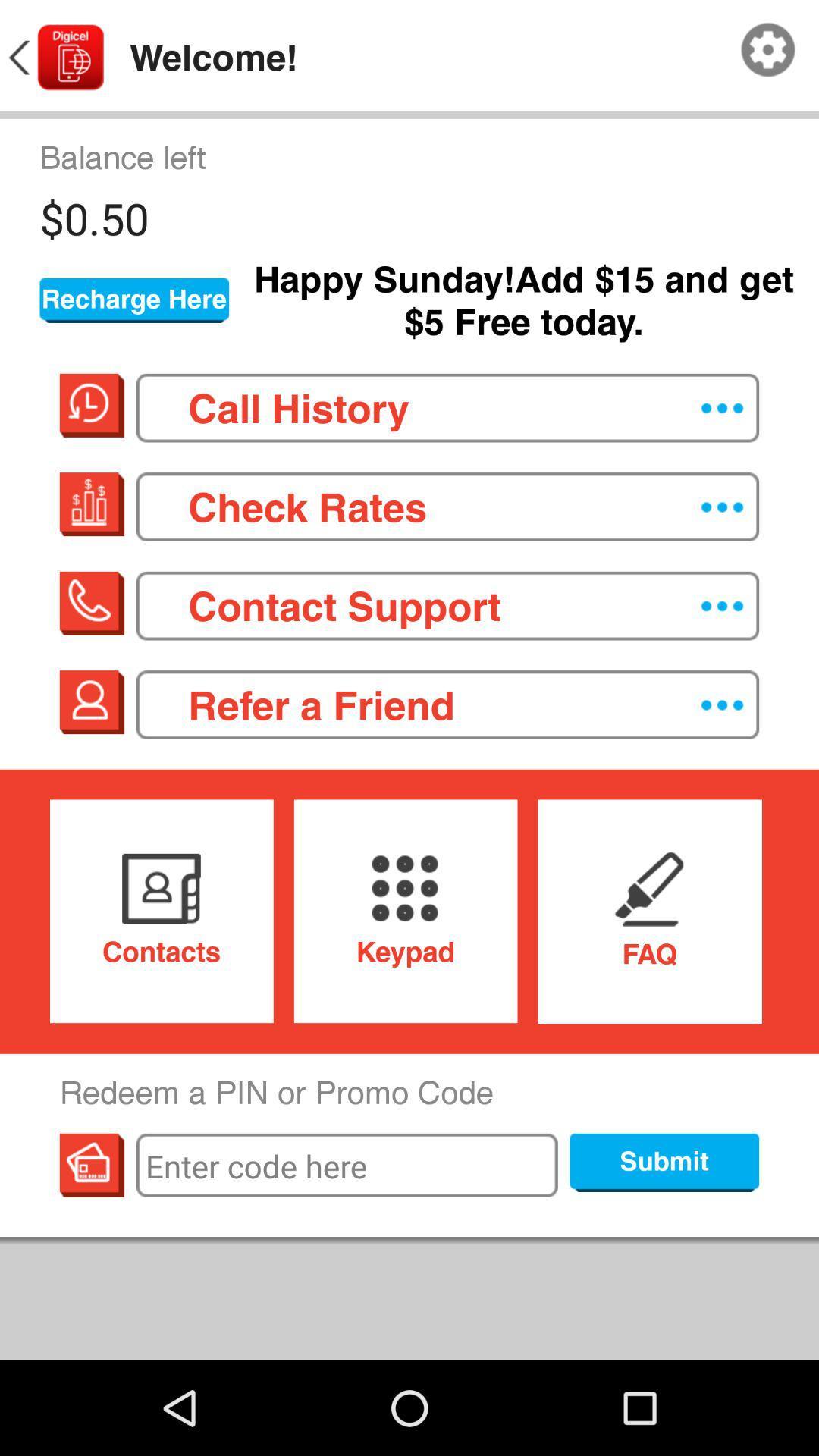  What do you see at coordinates (768, 50) in the screenshot?
I see `app to the right of the welcome! icon` at bounding box center [768, 50].